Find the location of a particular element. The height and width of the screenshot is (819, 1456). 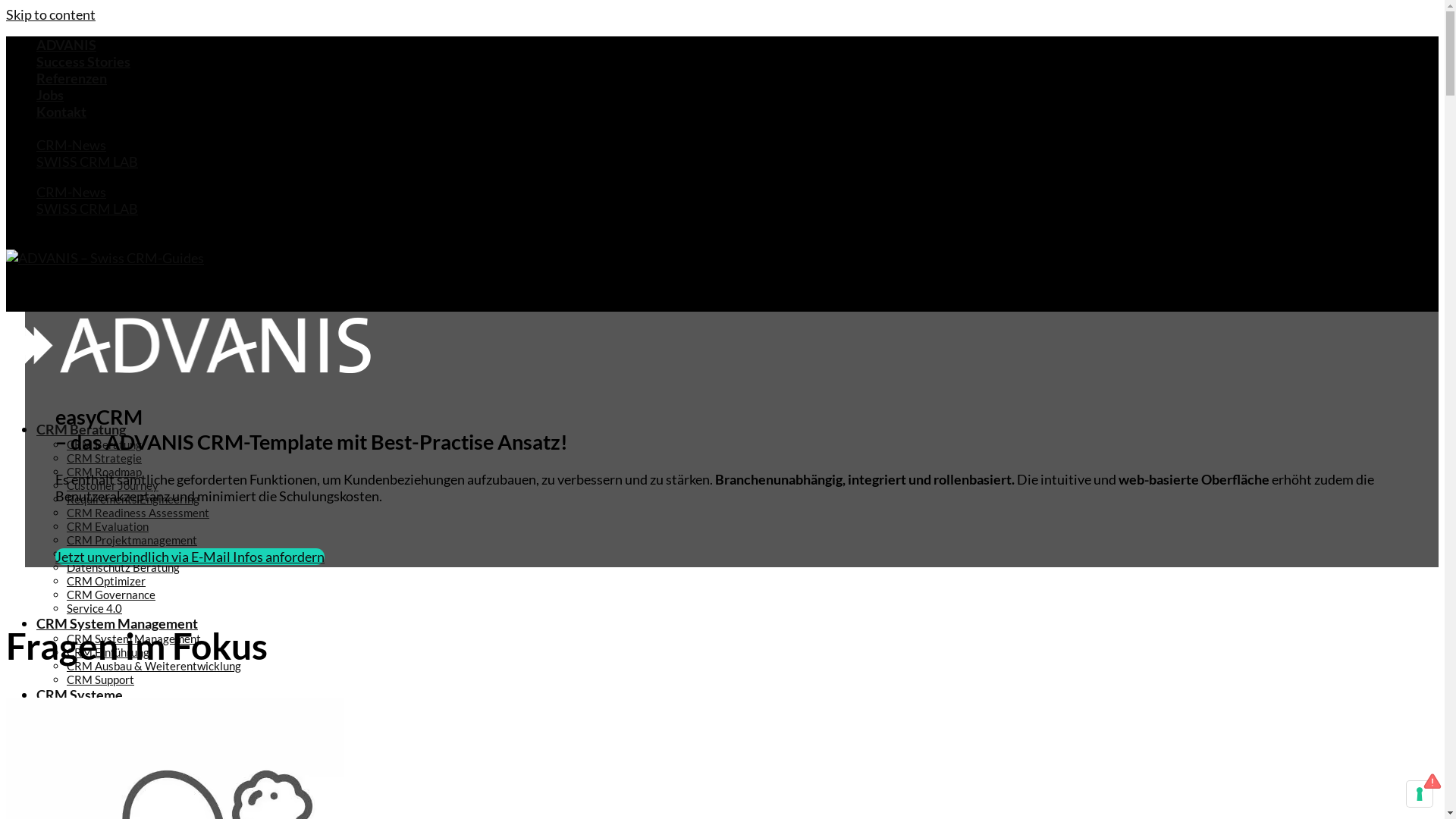

'Jetzt unverbindlich via E-Mail Infos anfordern' is located at coordinates (189, 556).